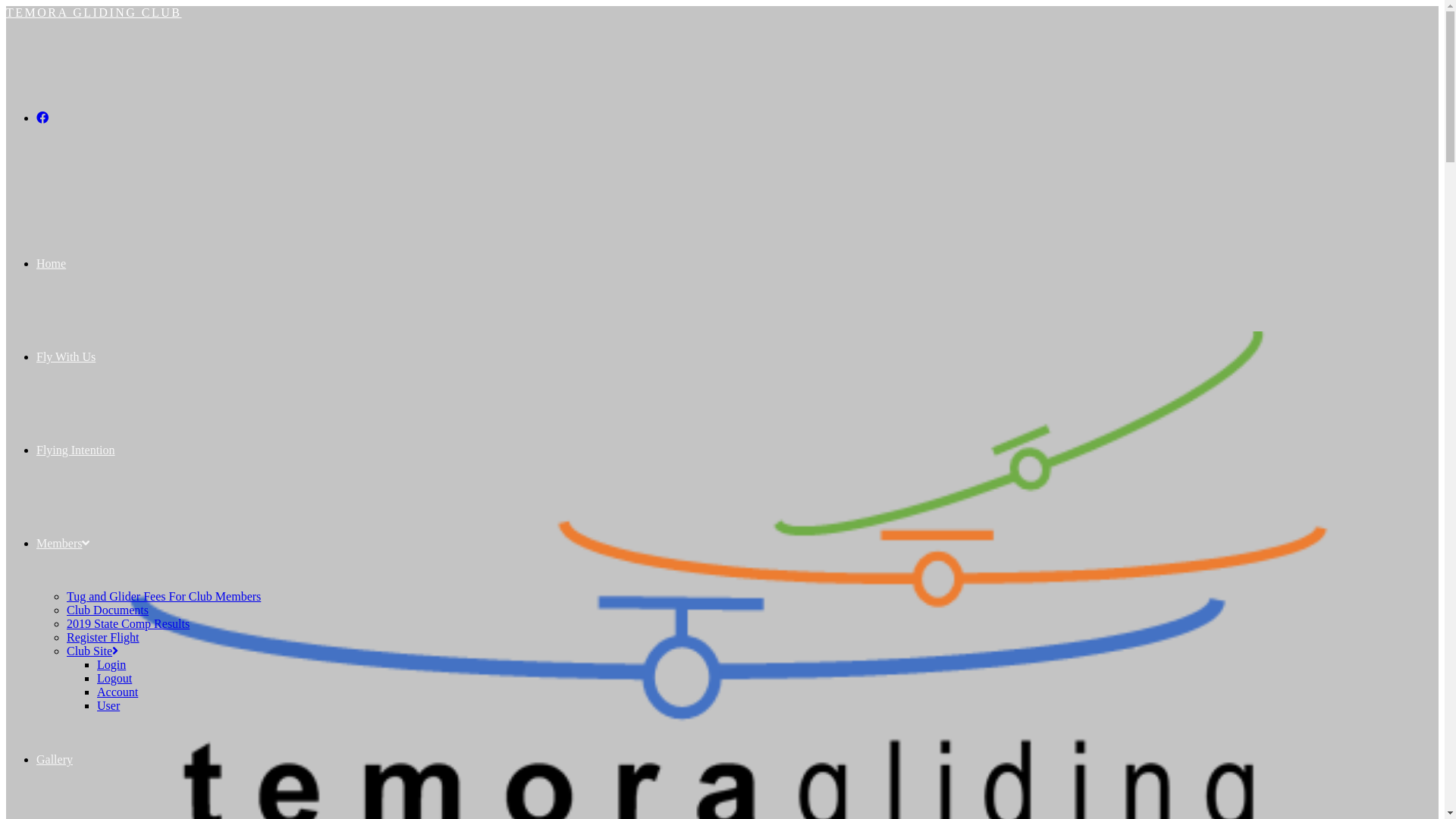 The height and width of the screenshot is (819, 1456). Describe the element at coordinates (96, 664) in the screenshot. I see `'Login'` at that location.